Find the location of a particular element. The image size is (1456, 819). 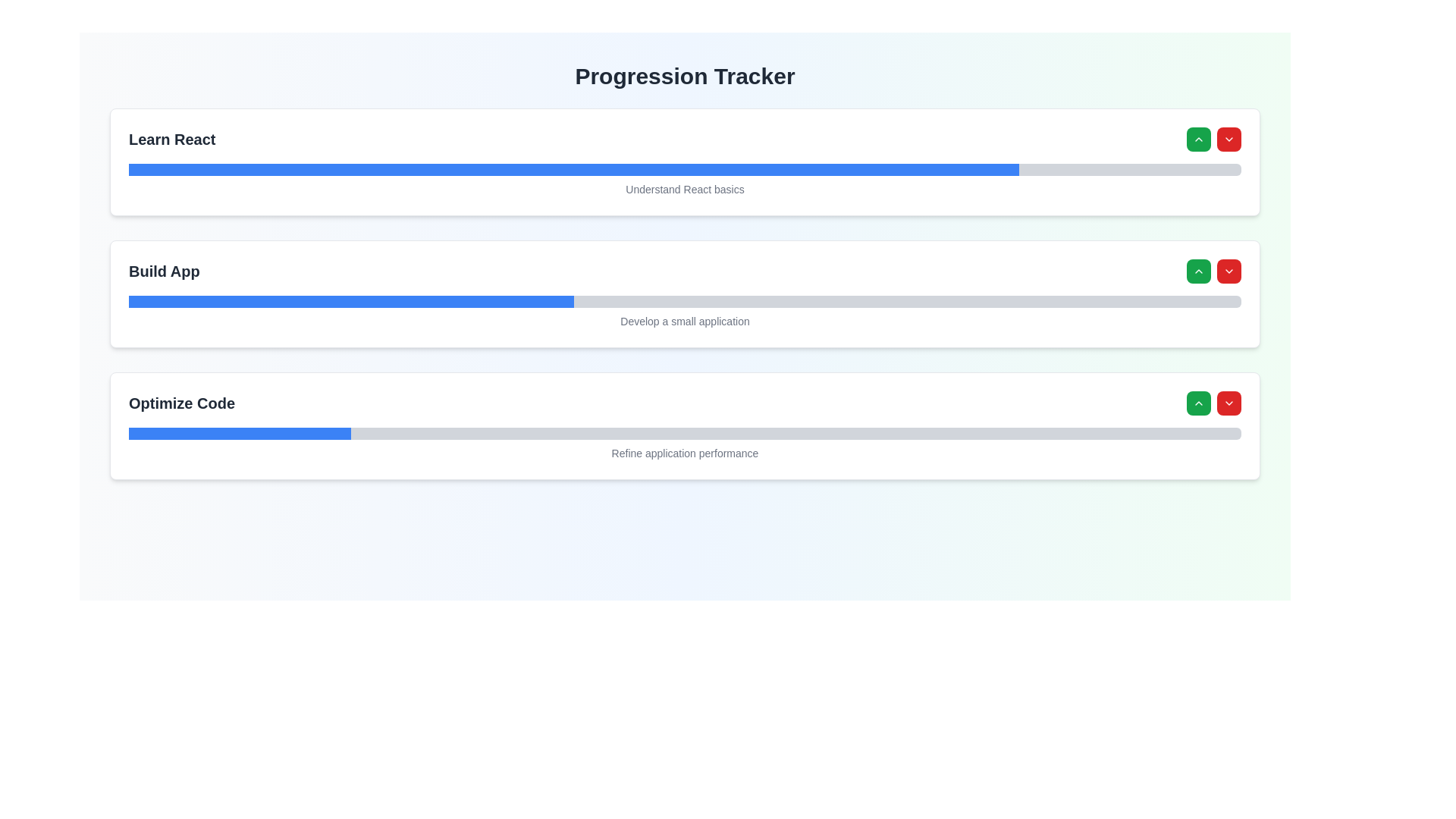

the text label that provides a brief description related to the 'Learn React' task, located below the progress bar in the 'Learn React' card on the progression tracker interface is located at coordinates (684, 186).